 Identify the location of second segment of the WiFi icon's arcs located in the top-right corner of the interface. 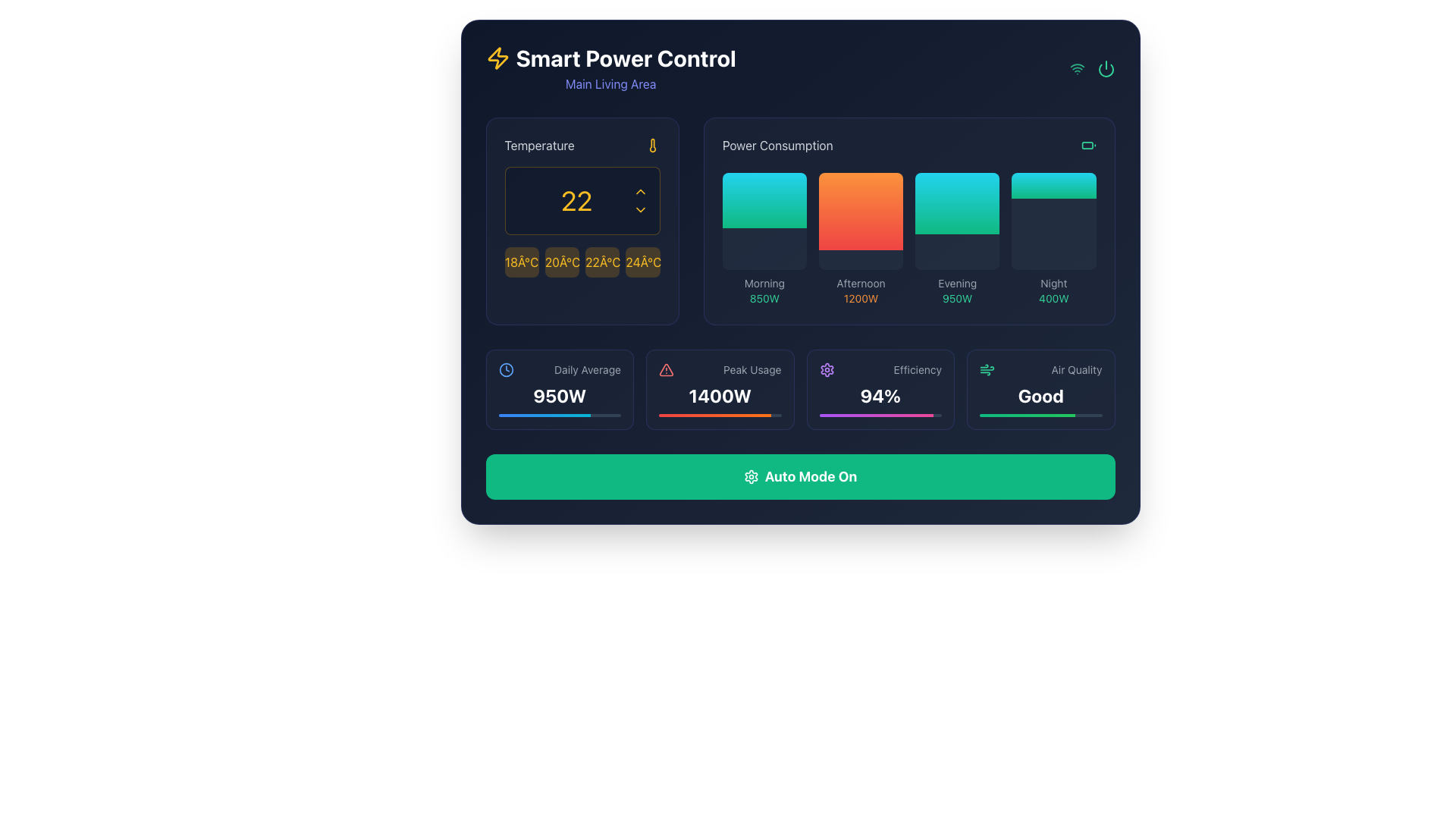
(1076, 64).